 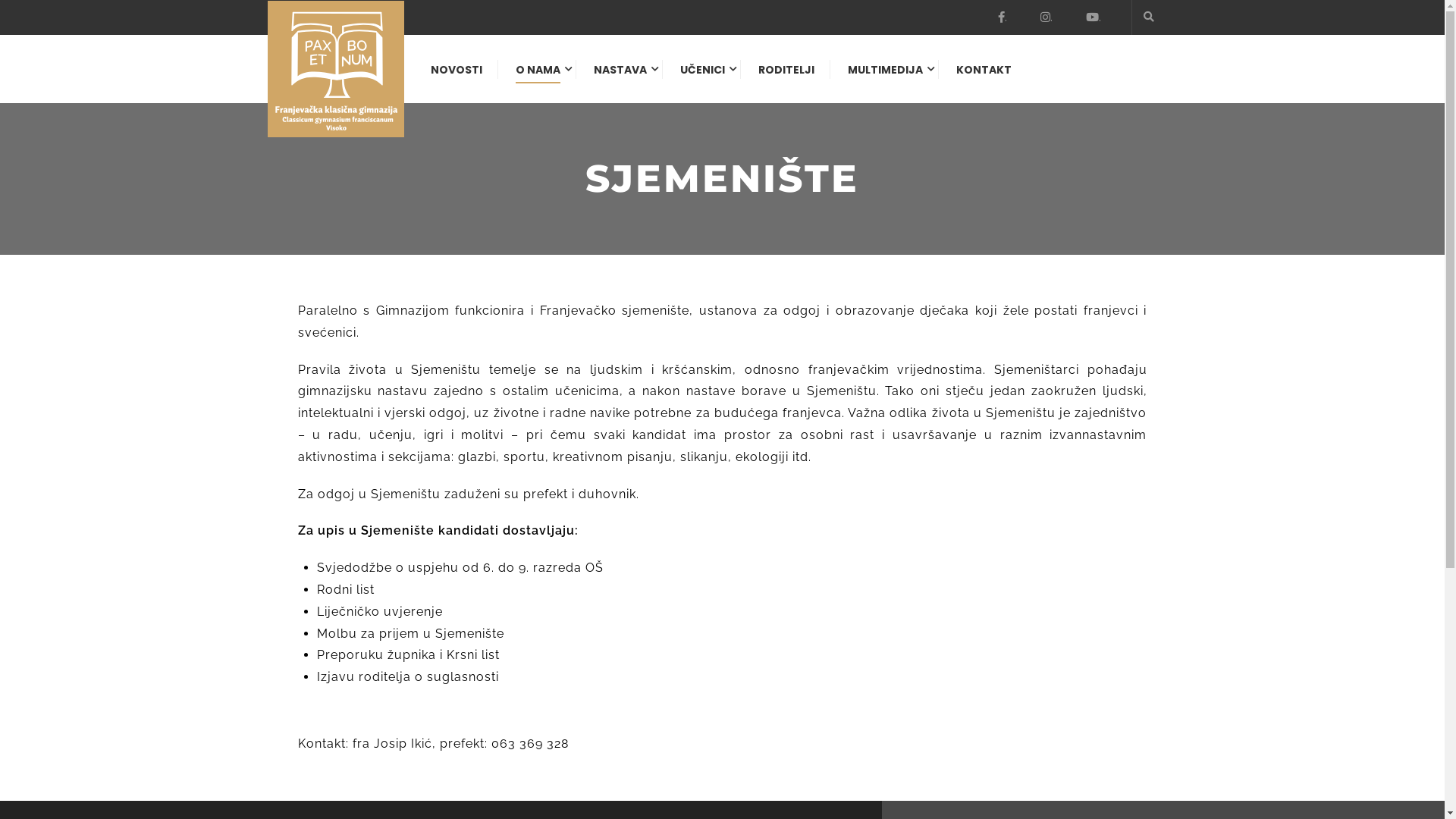 I want to click on 'NOVOSTI', so click(x=415, y=76).